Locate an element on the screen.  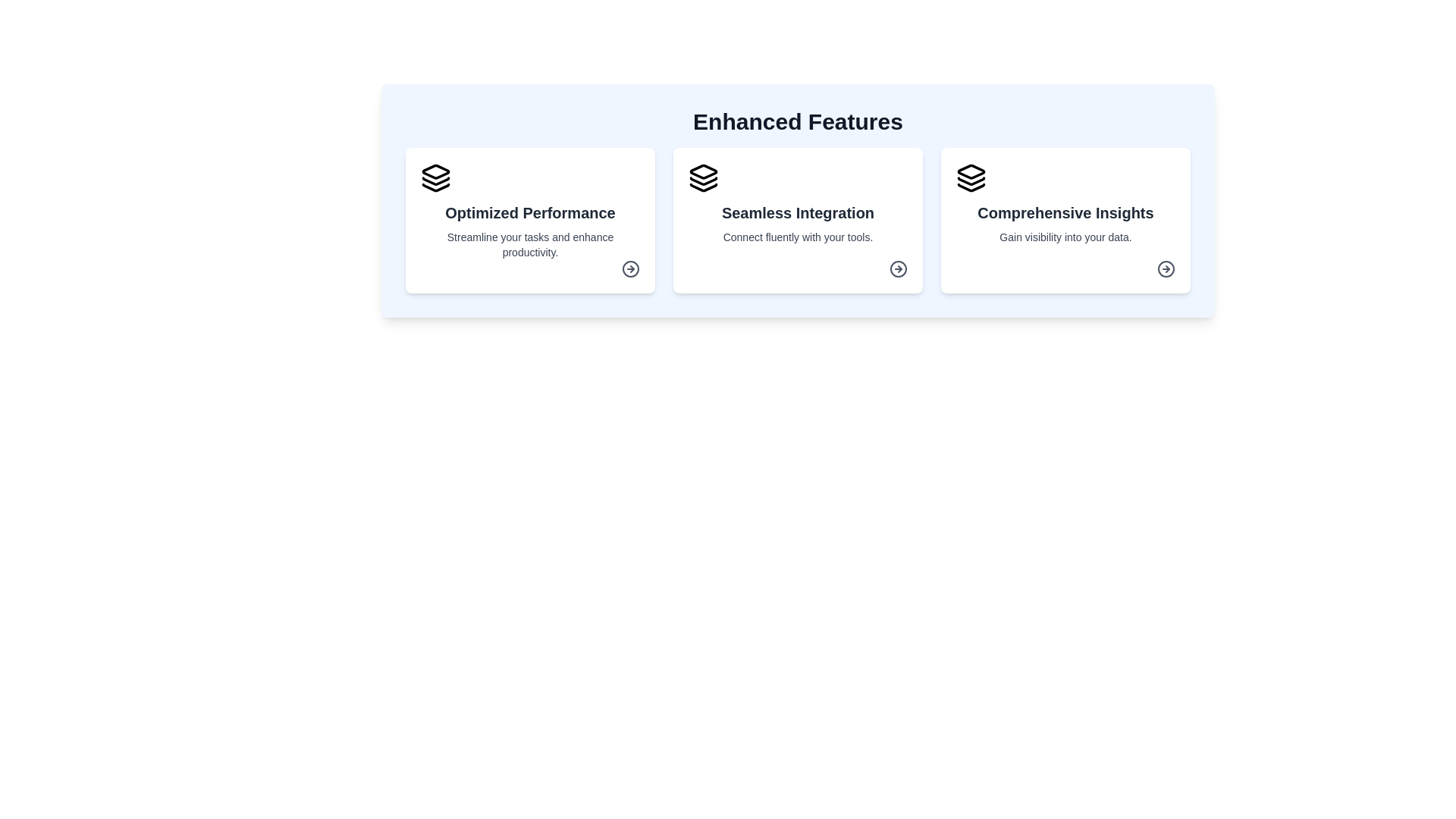
the layers icon located at the top of the 'Comprehensive Insights' card, which is on the far right within the 'Enhanced Features' row is located at coordinates (971, 177).